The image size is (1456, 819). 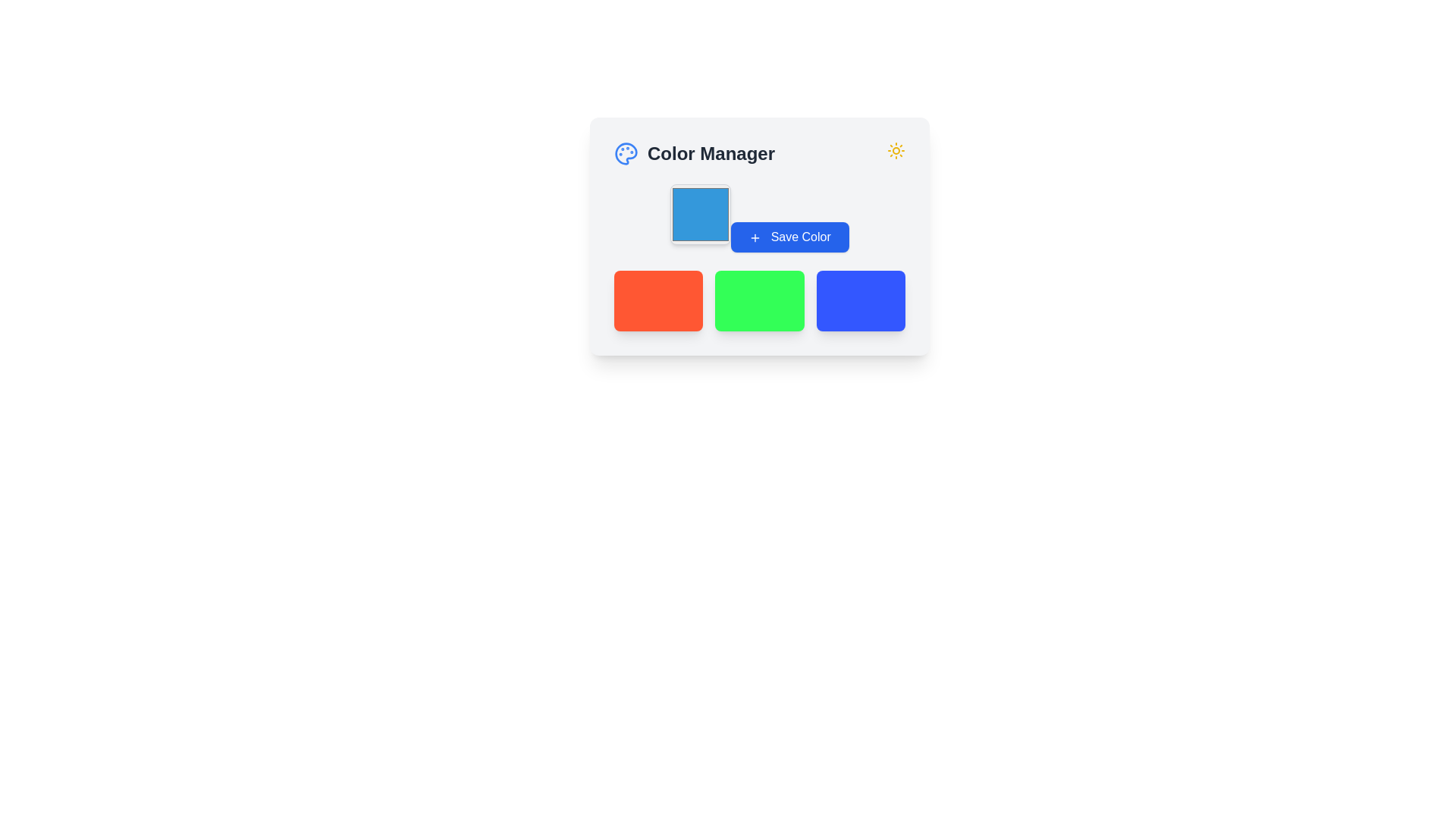 I want to click on the decorative branding icon for the 'Color Manager' tool located in the top-left region of the interface, adjacent to the title text 'Color Manager', so click(x=626, y=154).